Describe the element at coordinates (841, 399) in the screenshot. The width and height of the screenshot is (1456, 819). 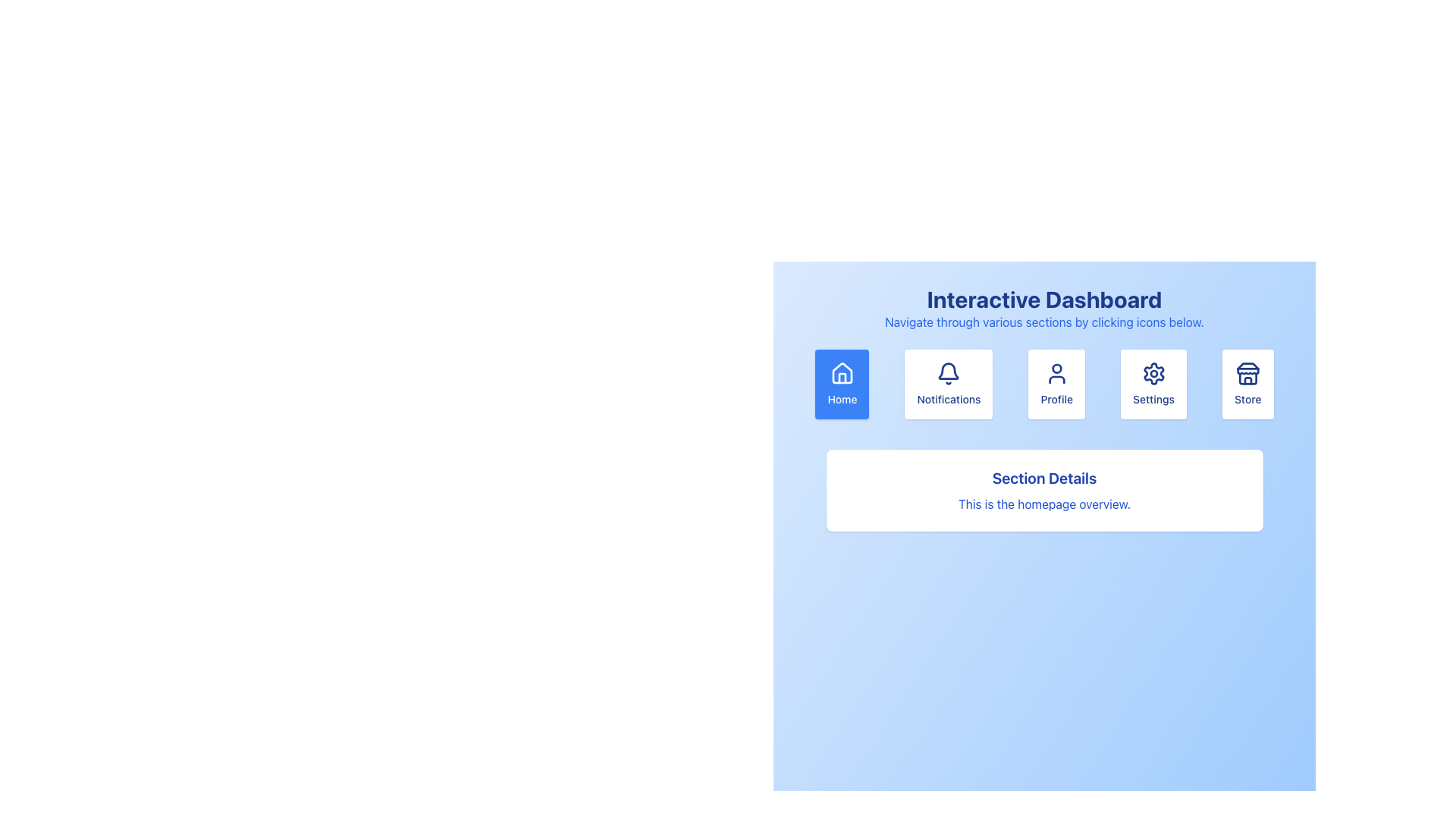
I see `the 'Home' text label which is displayed in blue with a white background, located below a house icon` at that location.